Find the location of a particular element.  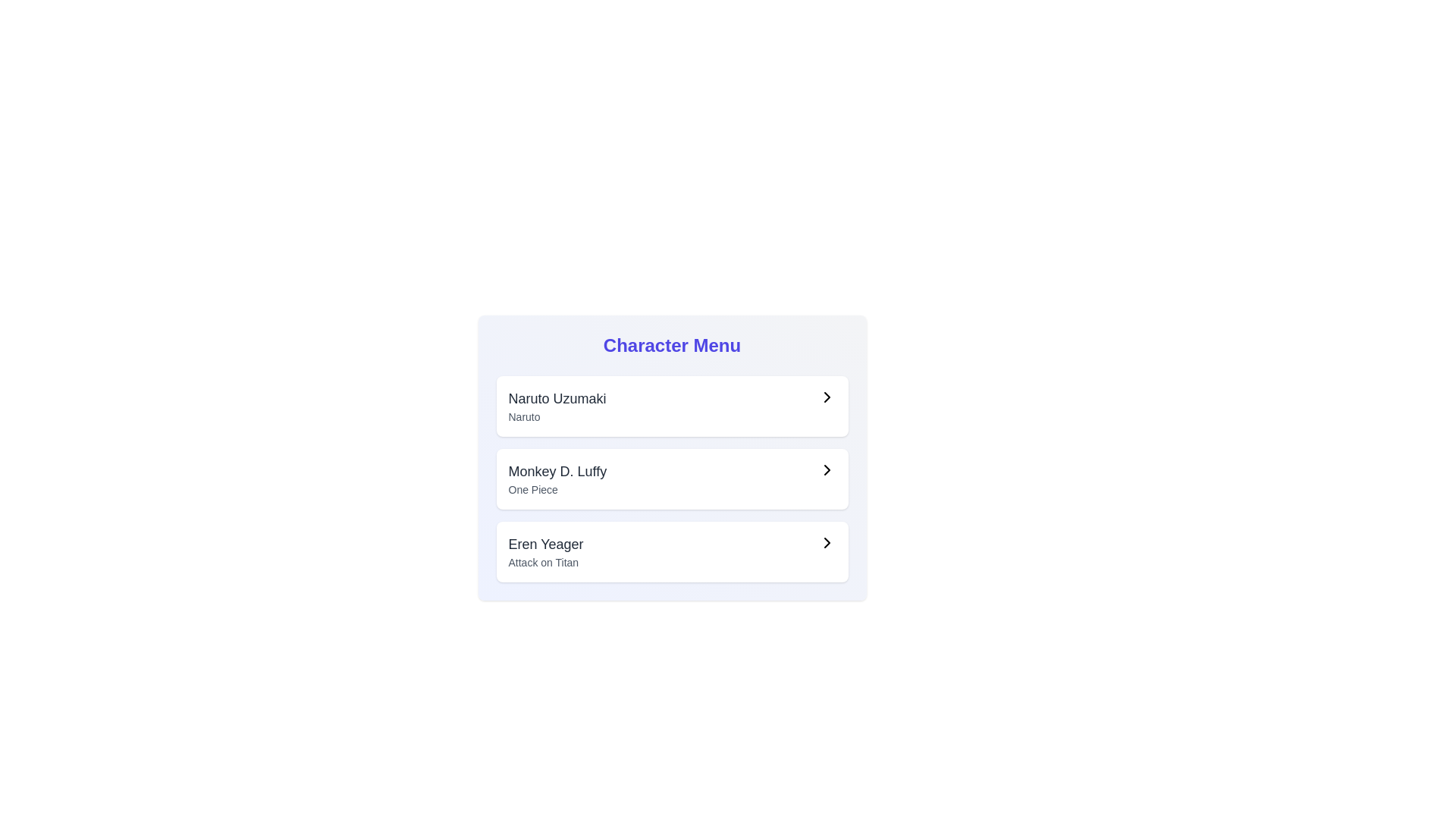

the chevron icon on the far-right side of the row containing 'Monkey D. Luffy' and 'One Piece' is located at coordinates (826, 469).